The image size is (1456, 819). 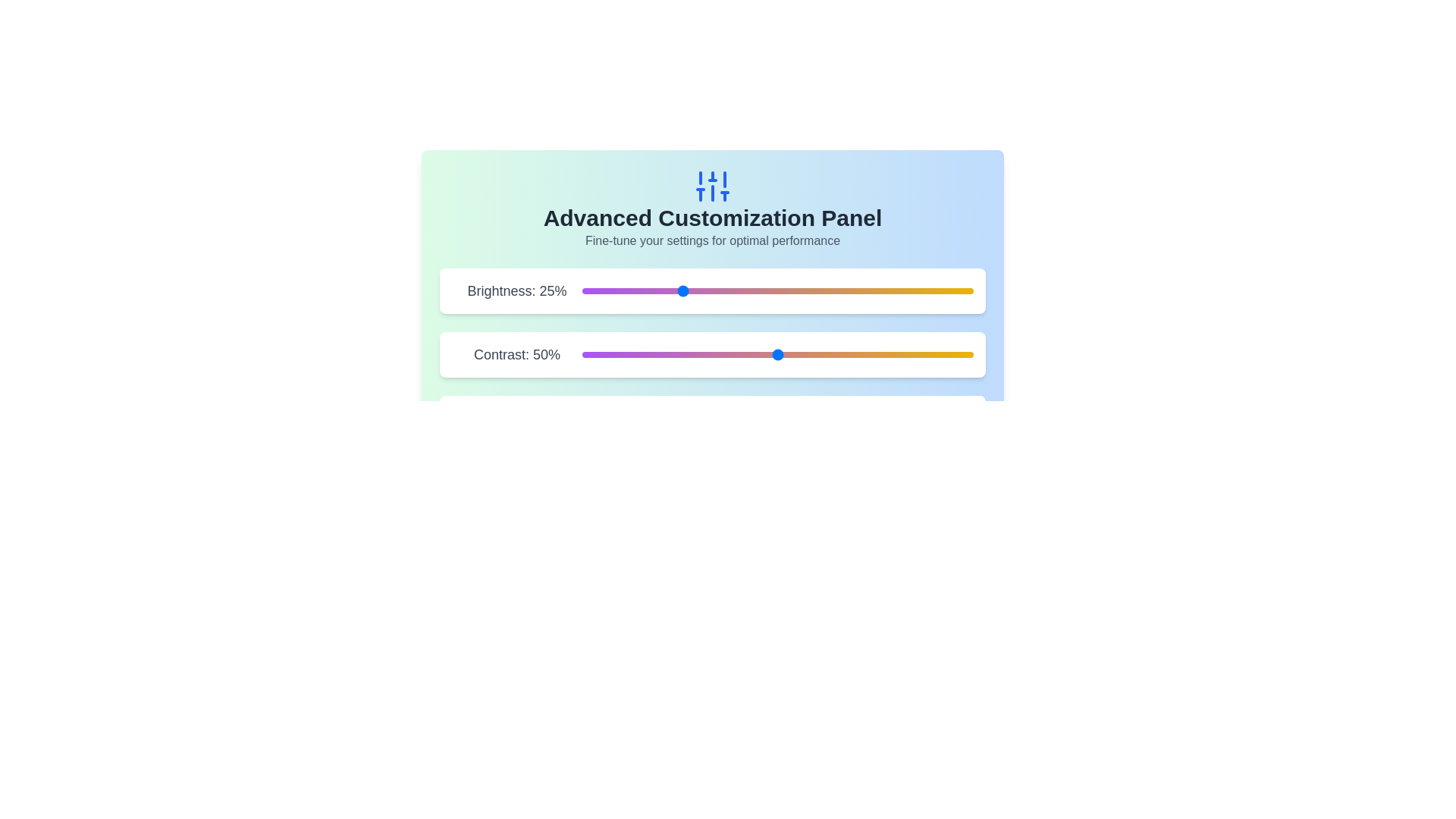 I want to click on the brightness slider to 28%, so click(x=691, y=291).